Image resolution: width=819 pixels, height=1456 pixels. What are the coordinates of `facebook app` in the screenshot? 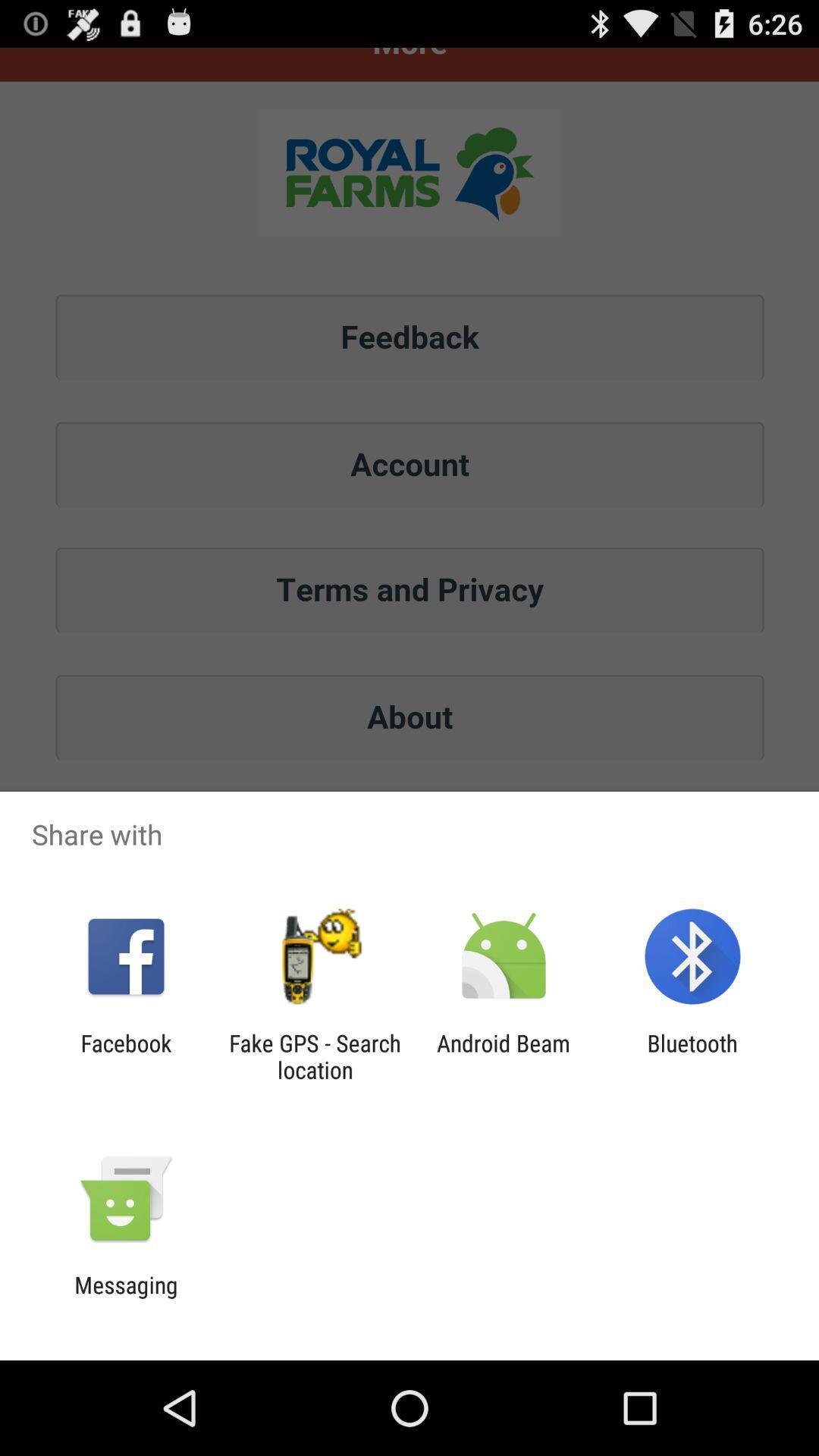 It's located at (125, 1056).